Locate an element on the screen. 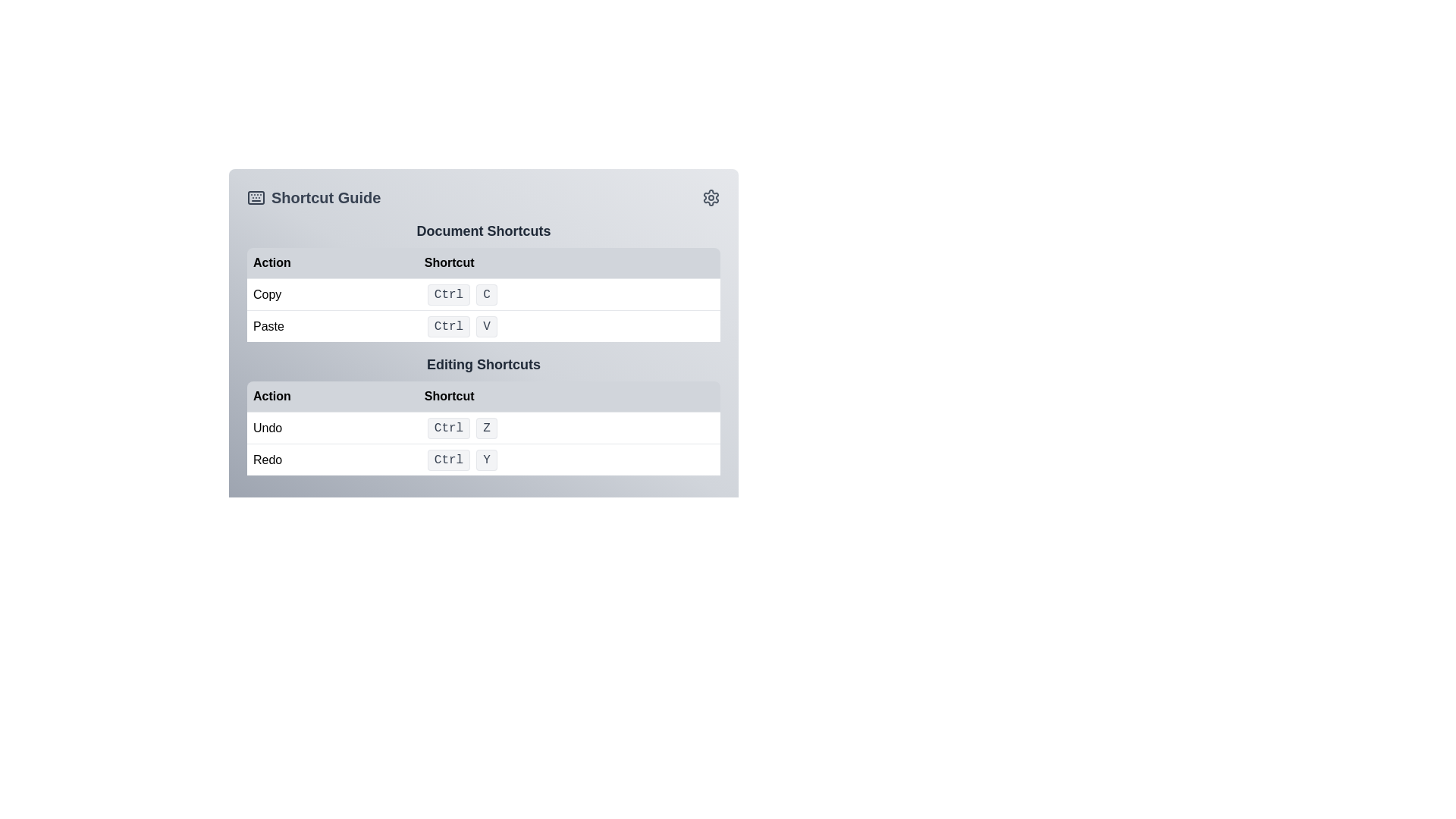 This screenshot has height=819, width=1456. the static label representing the 'Y' key in the keyboard shortcut combination for 'Redo' located in the 'Editing Shortcuts' section is located at coordinates (487, 459).